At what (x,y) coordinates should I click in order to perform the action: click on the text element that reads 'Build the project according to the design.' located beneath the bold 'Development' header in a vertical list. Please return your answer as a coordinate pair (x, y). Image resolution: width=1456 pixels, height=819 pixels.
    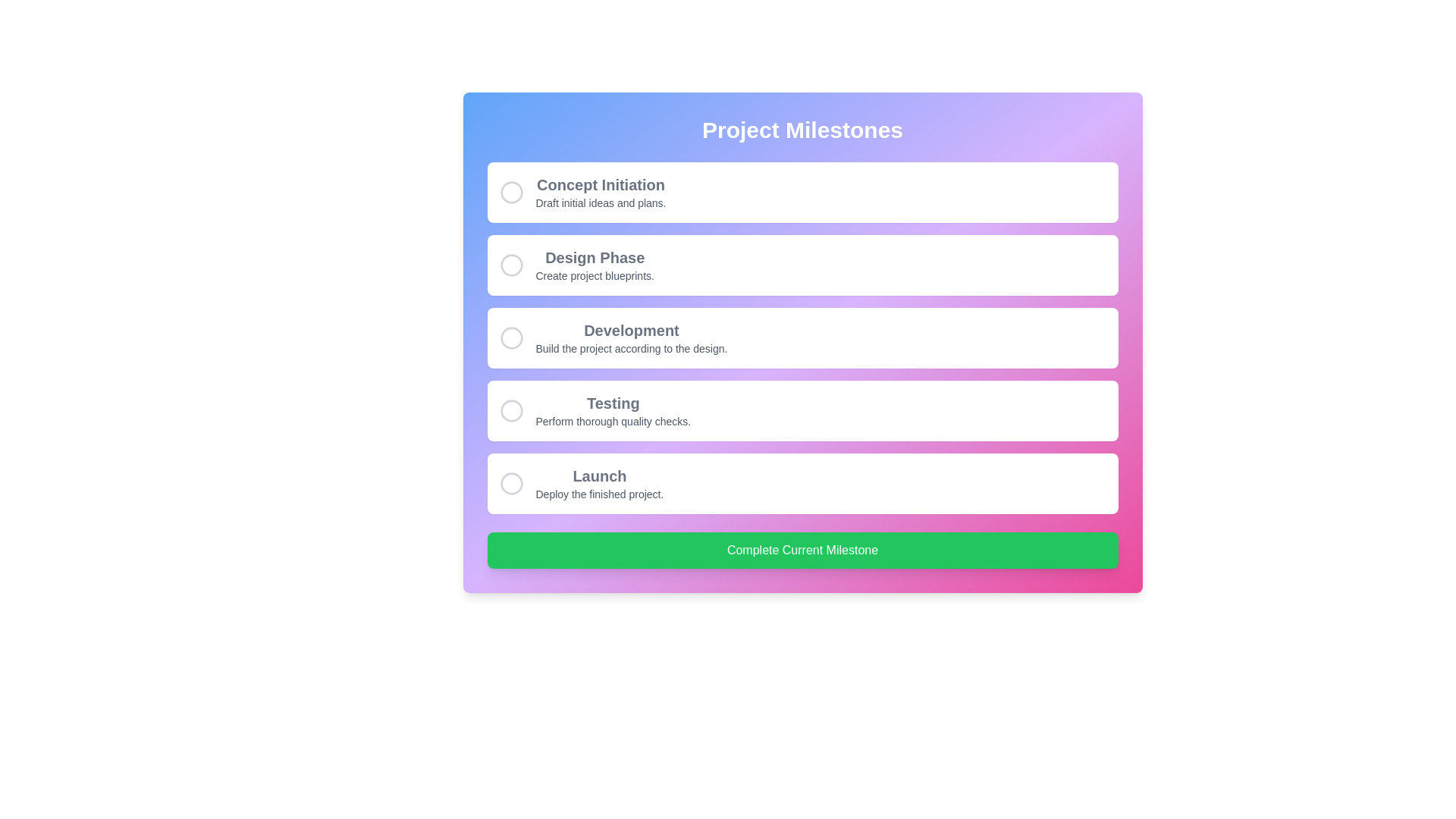
    Looking at the image, I should click on (631, 348).